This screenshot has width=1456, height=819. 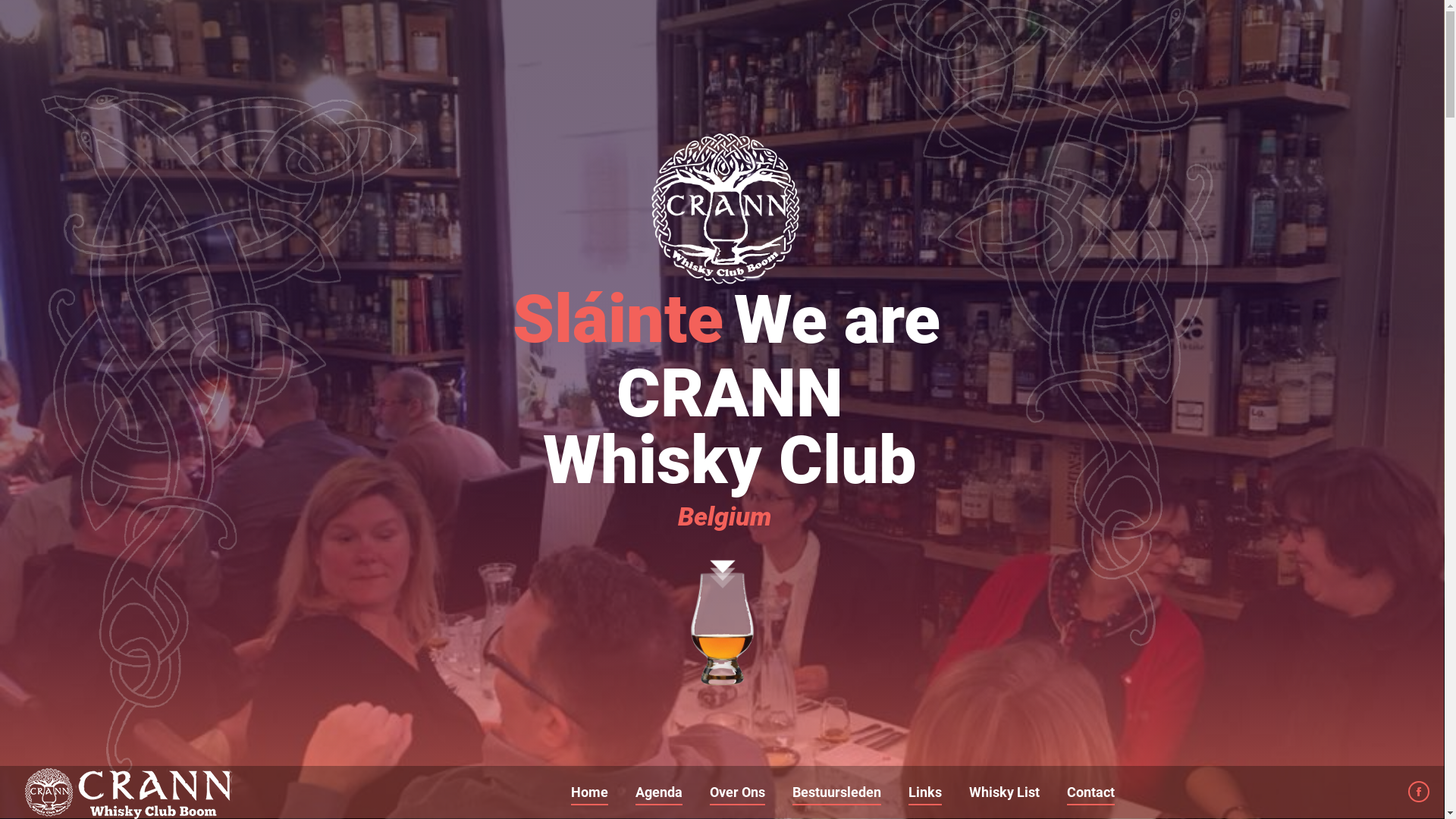 What do you see at coordinates (905, 792) in the screenshot?
I see `'Links'` at bounding box center [905, 792].